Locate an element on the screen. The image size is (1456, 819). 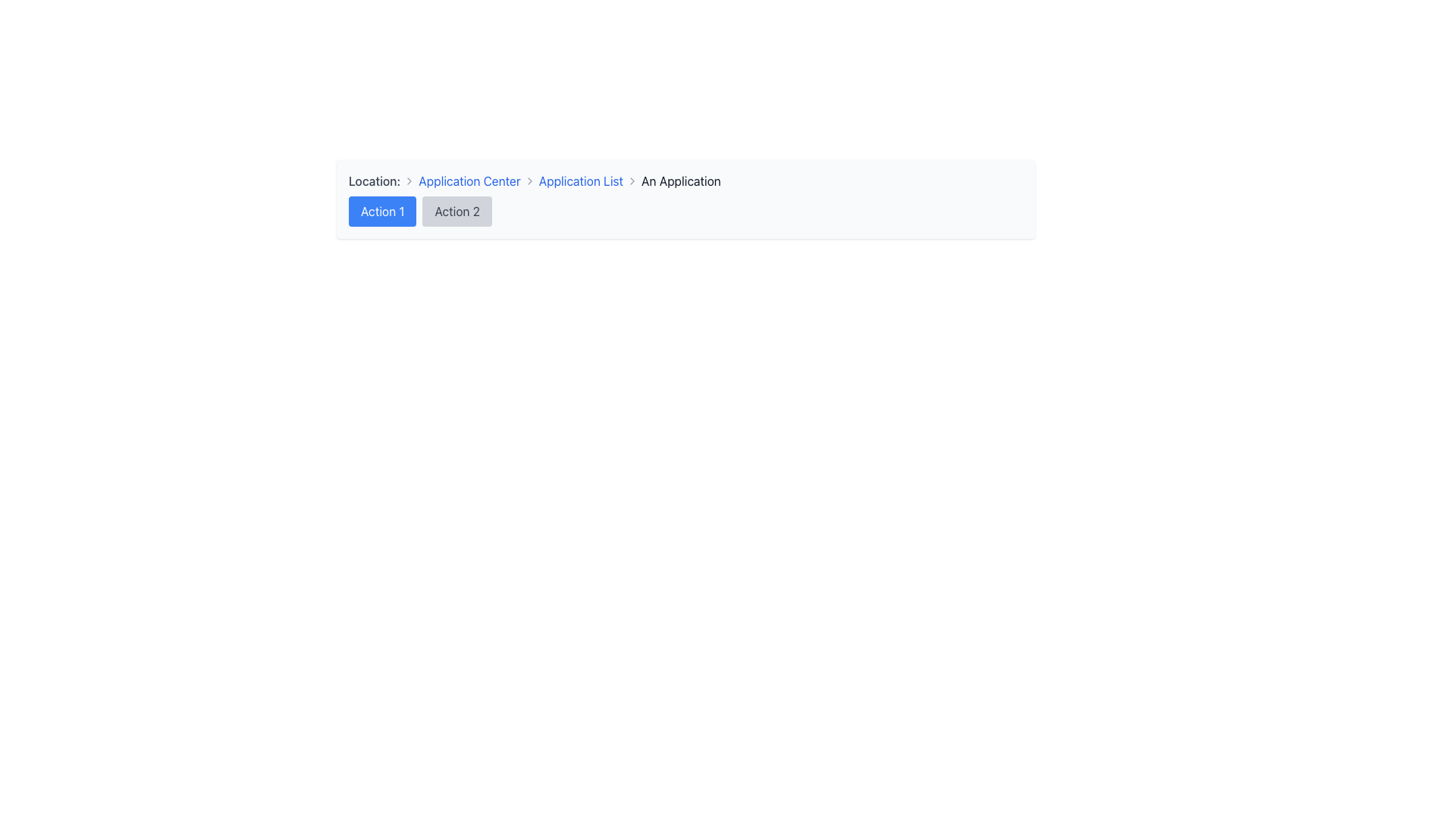
the first rightwards arrow separator in the breadcrumb navigation bar, which visually represents a separator between entries, located directly after the 'Location:' label is located at coordinates (409, 180).